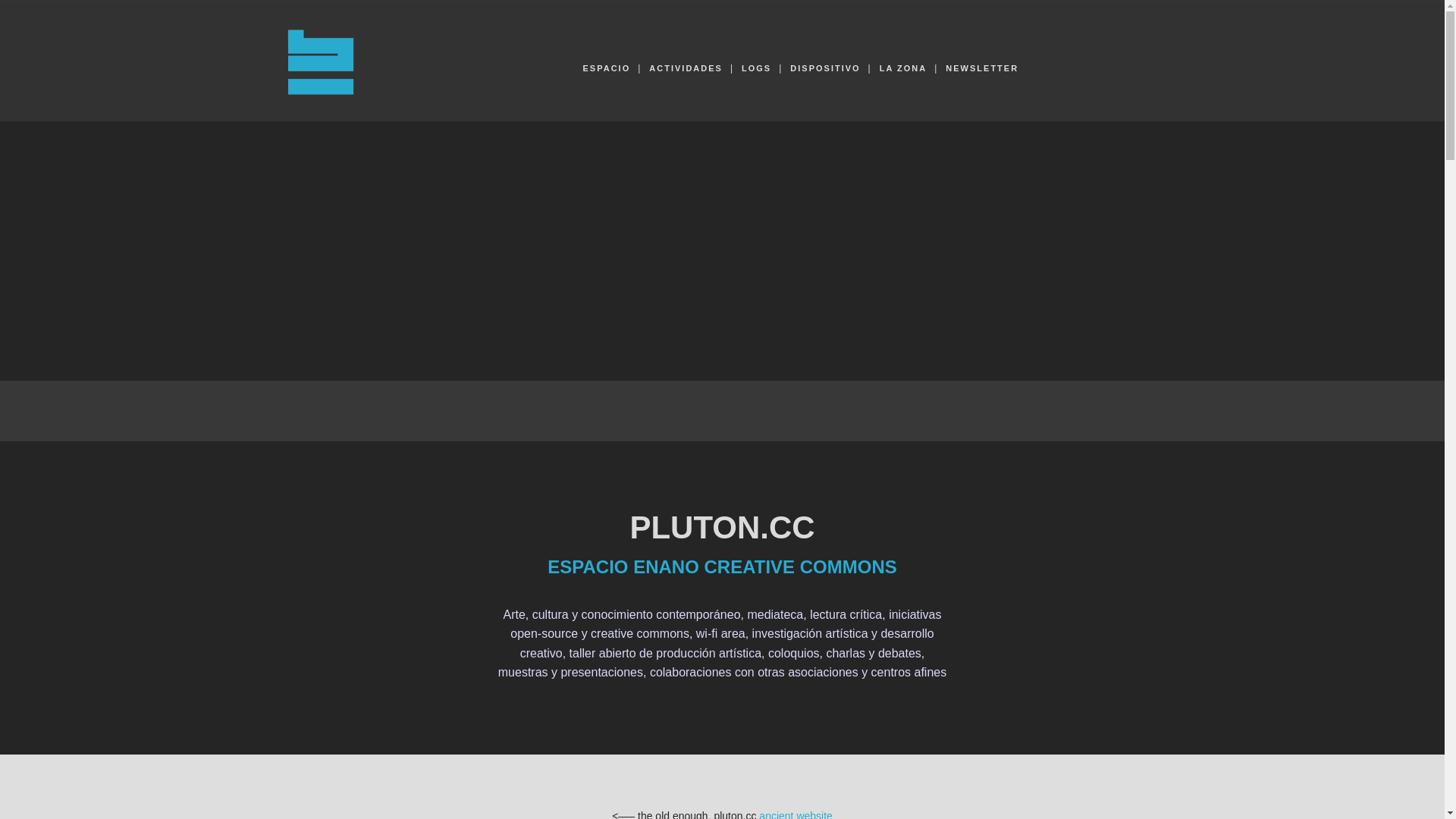 The image size is (1456, 819). I want to click on 'ACTIVIDADES', so click(685, 67).